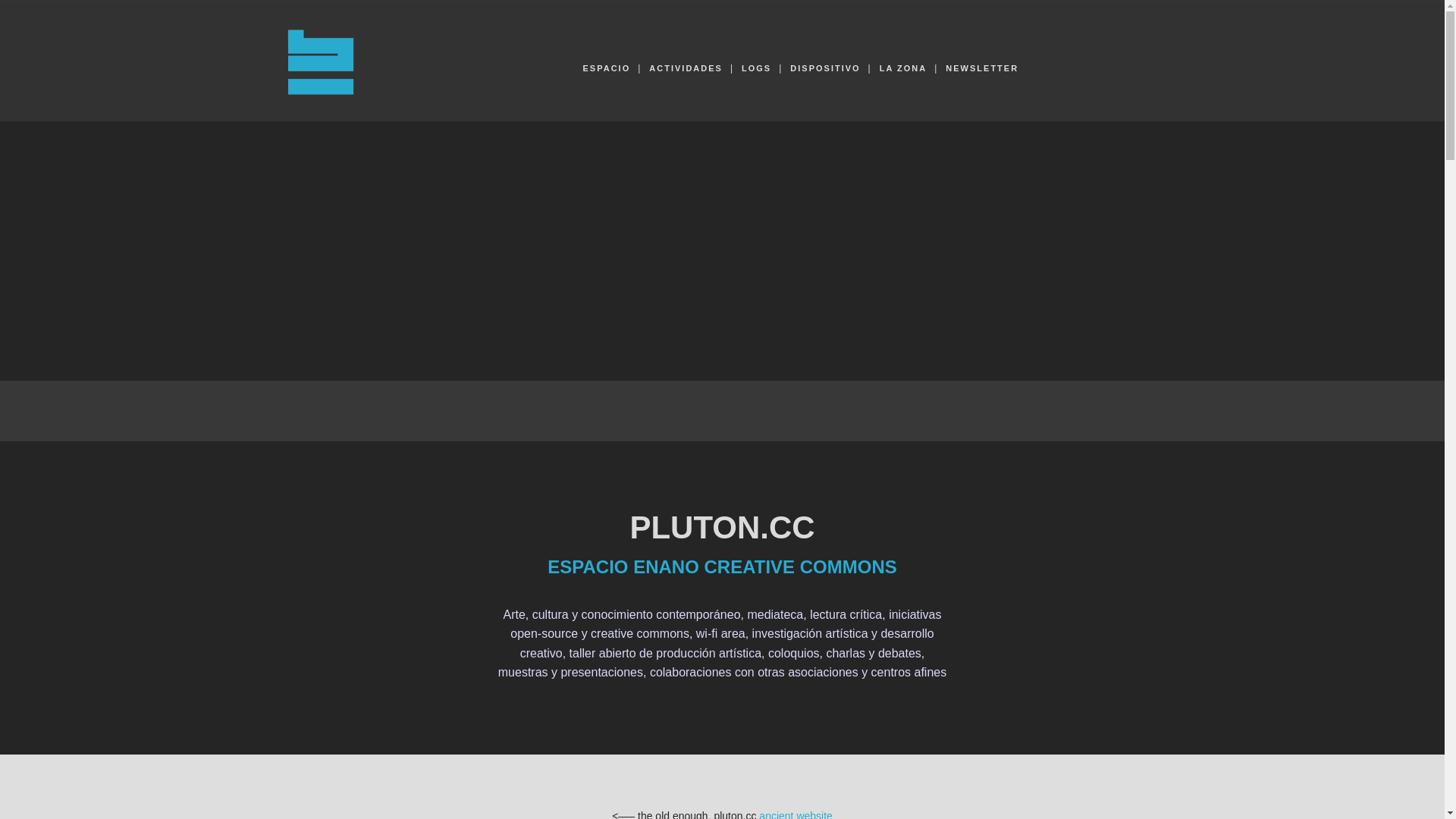 The image size is (1456, 819). I want to click on 'ACTIVIDADES', so click(685, 67).